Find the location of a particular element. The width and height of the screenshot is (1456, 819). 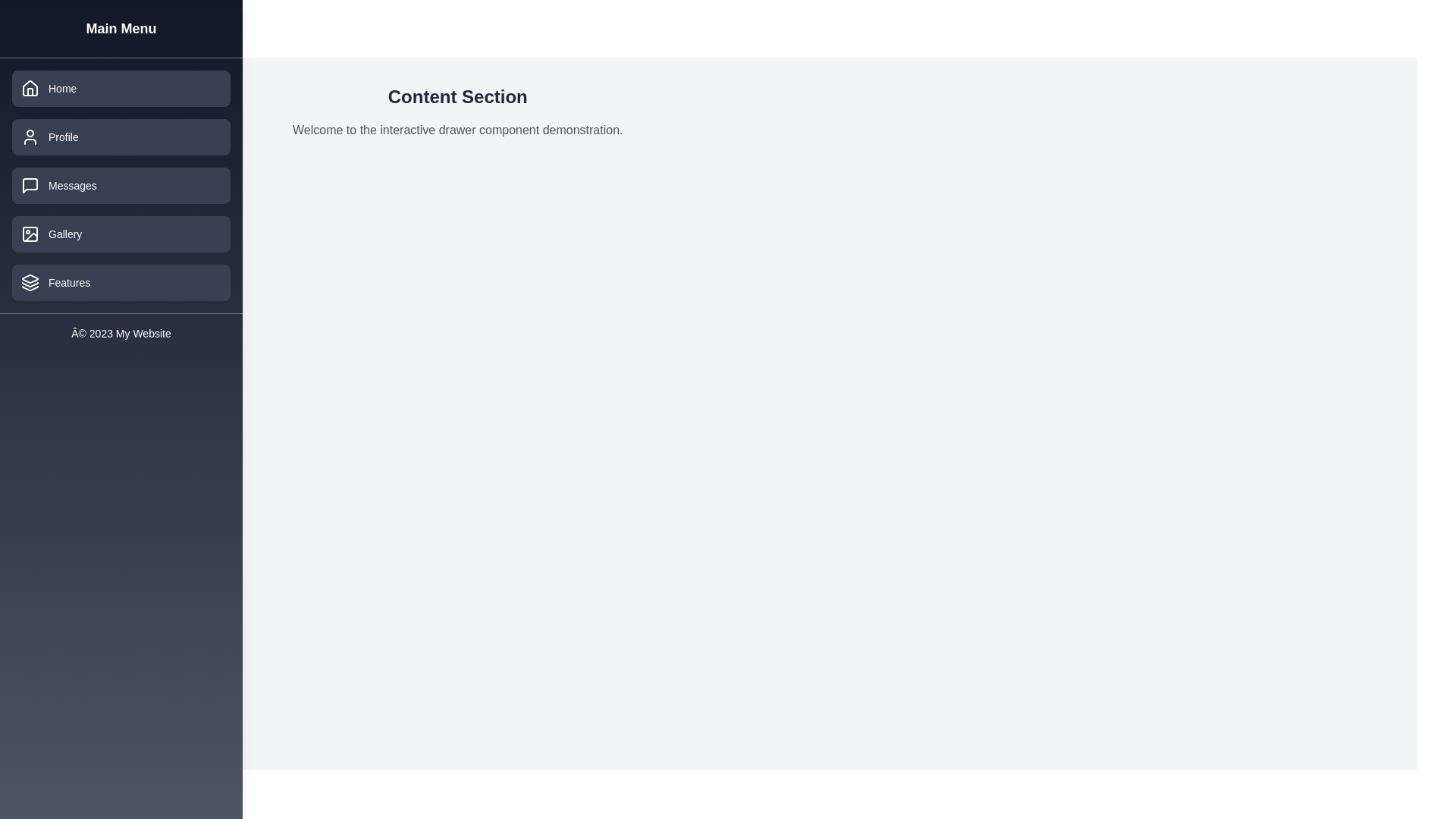

small vector icon in the shape of an 'X' located within the navigation menu near the 'Home' option by clicking on it is located at coordinates (47, 82).